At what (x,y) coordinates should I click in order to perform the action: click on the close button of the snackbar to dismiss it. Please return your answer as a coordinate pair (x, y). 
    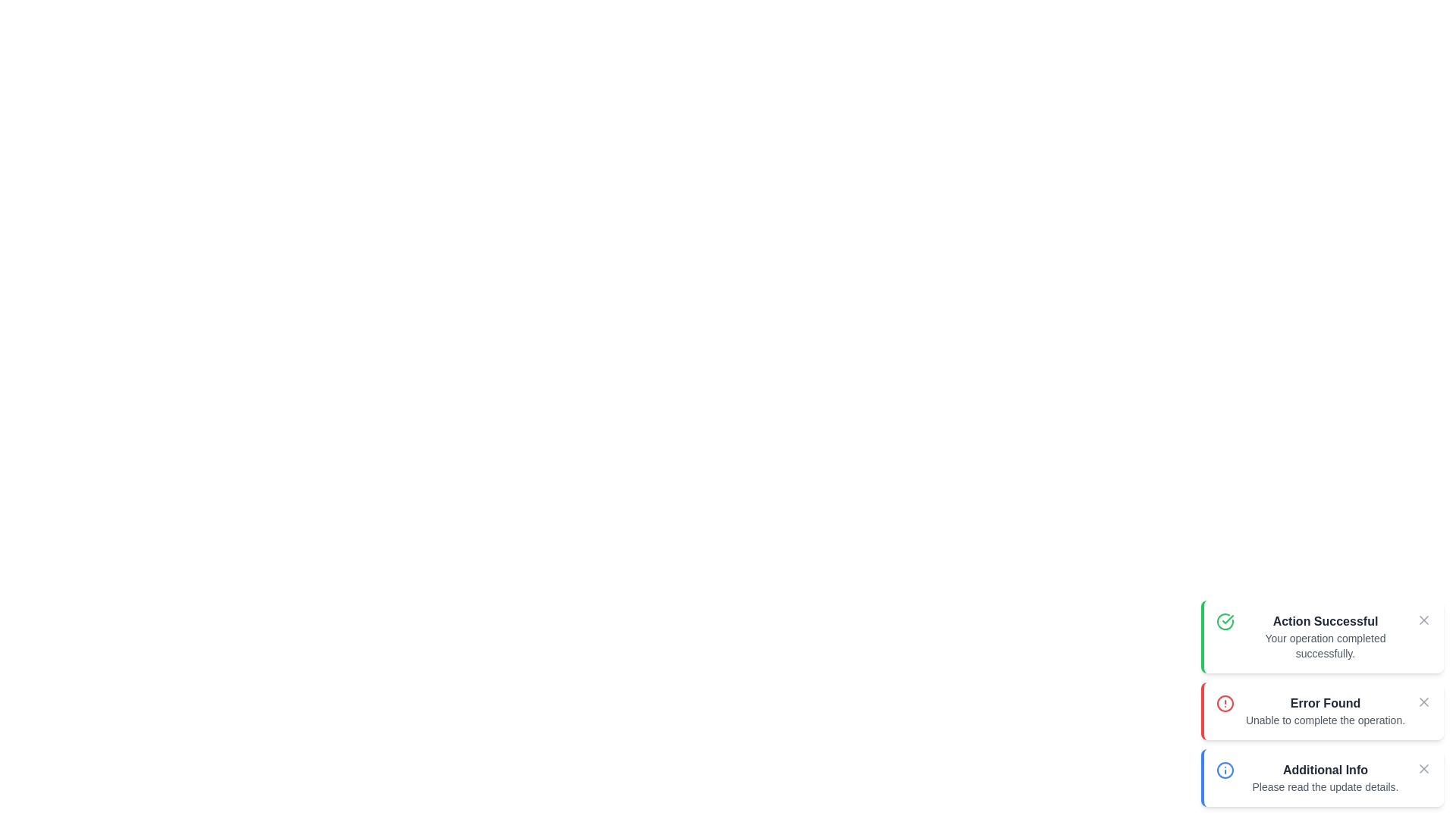
    Looking at the image, I should click on (1423, 620).